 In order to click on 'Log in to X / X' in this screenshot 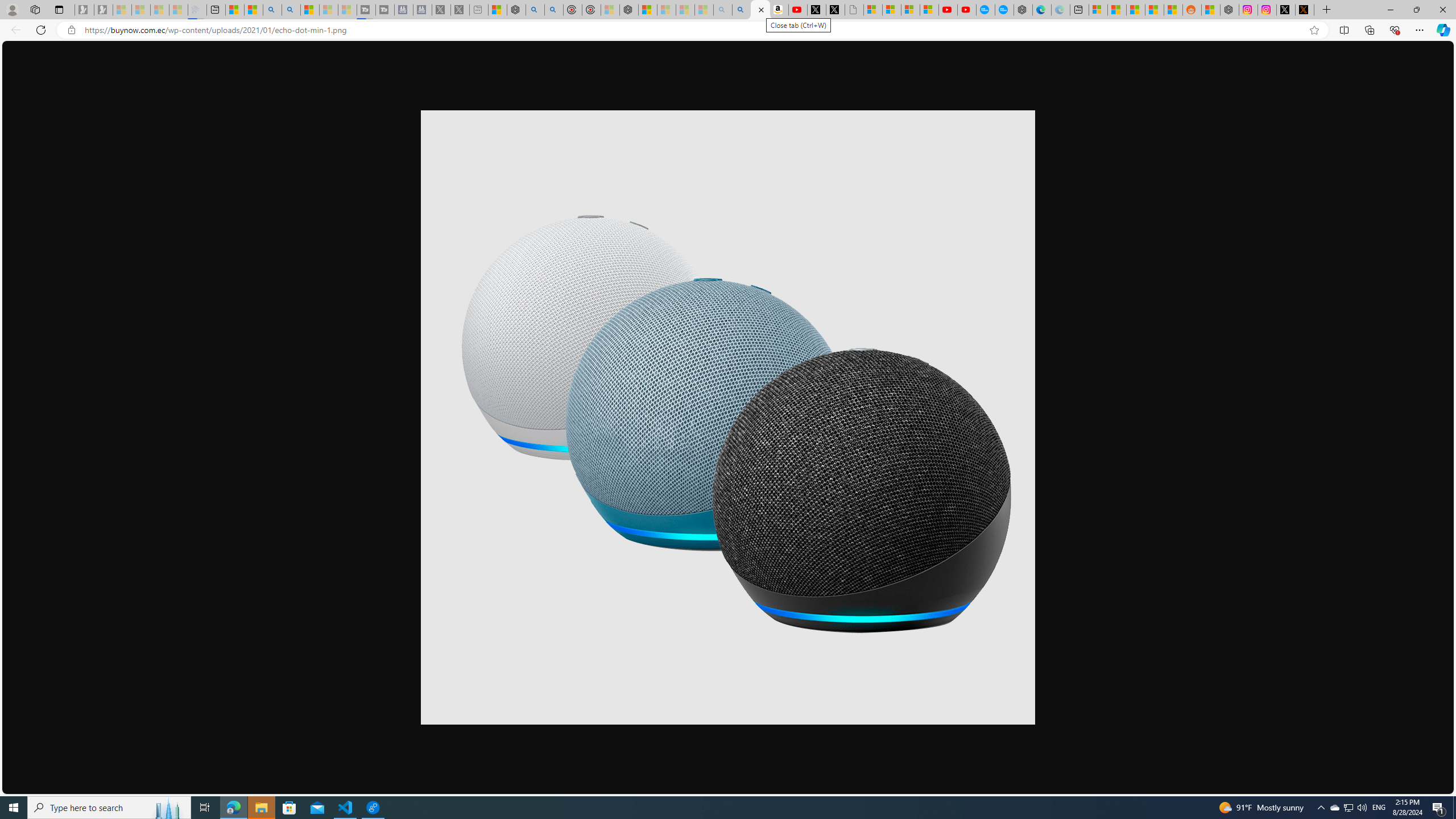, I will do `click(1285, 9)`.